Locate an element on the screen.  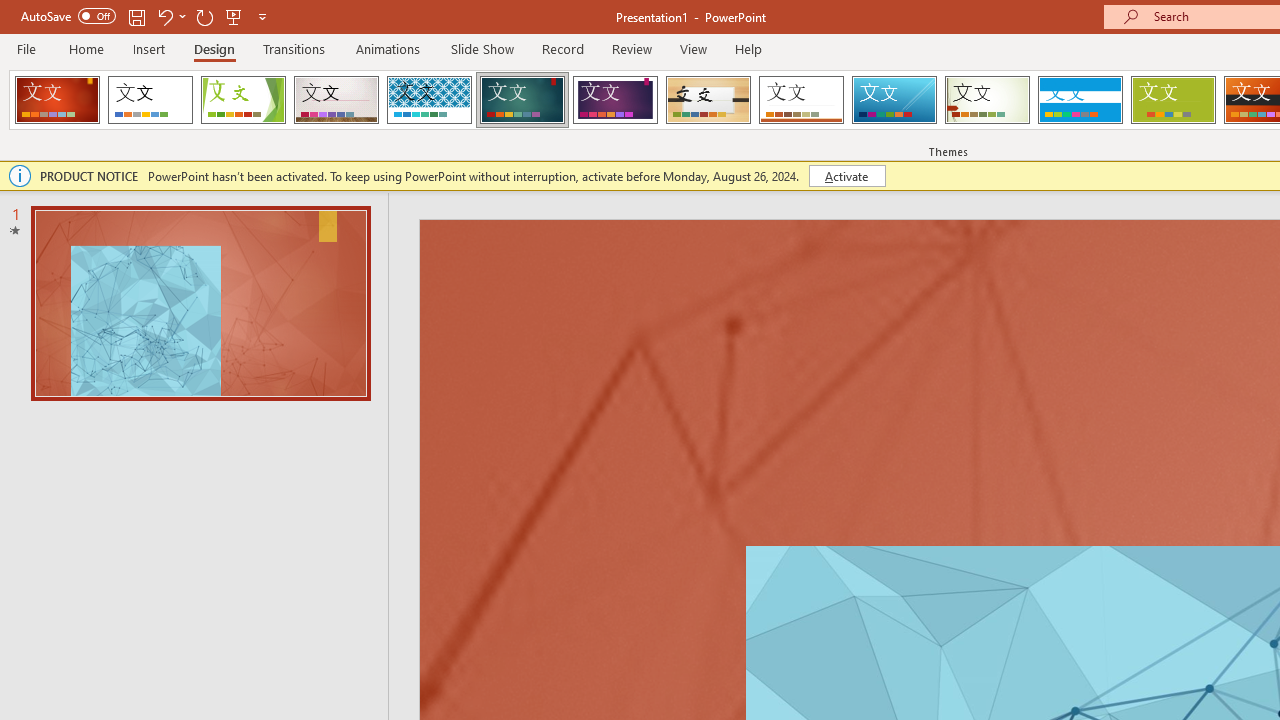
'Facet' is located at coordinates (242, 100).